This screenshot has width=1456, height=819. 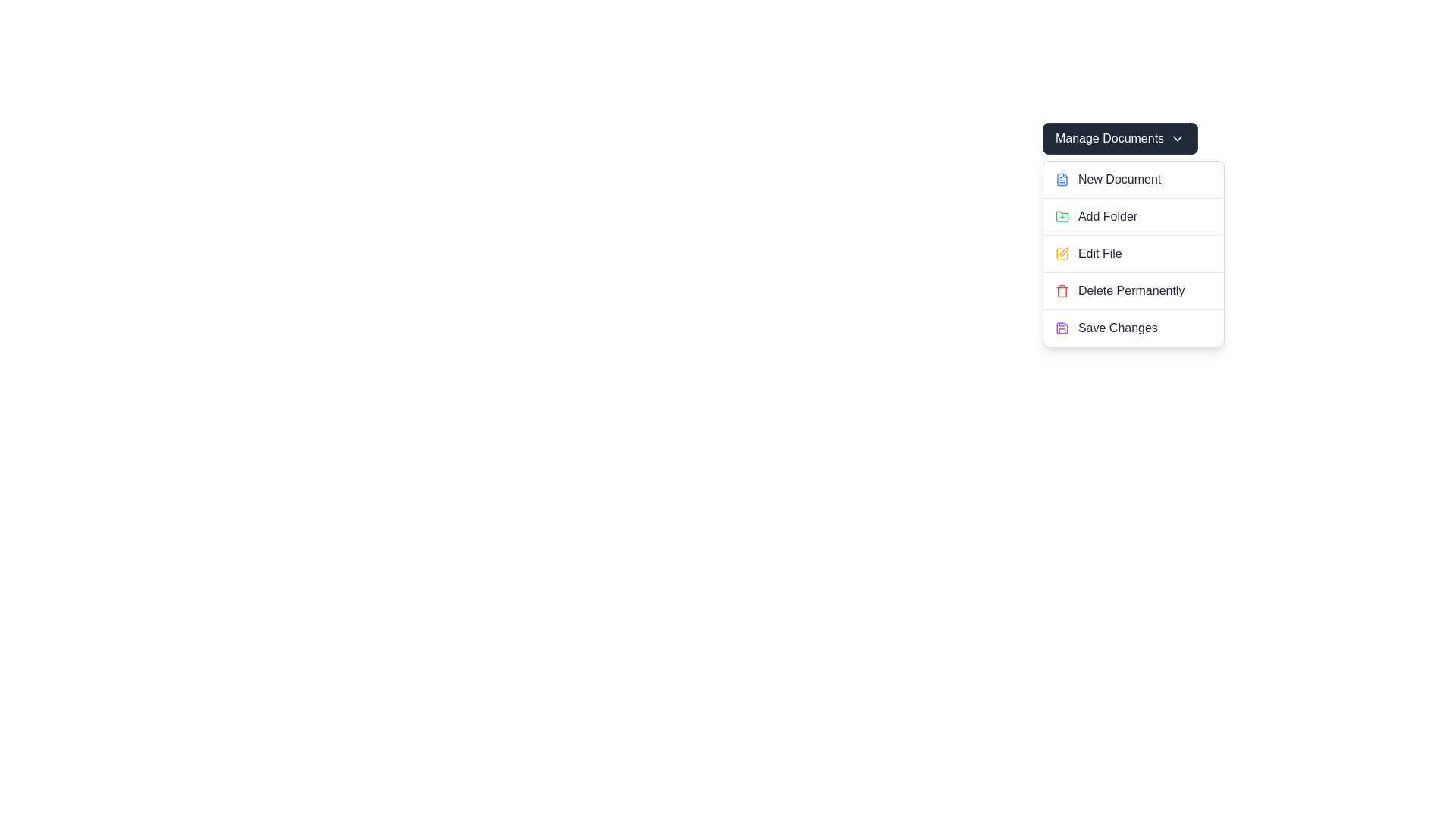 What do you see at coordinates (1108, 216) in the screenshot?
I see `the 'Add Folder' text label, which is the second option in the dropdown menu under 'Manage Documents'` at bounding box center [1108, 216].